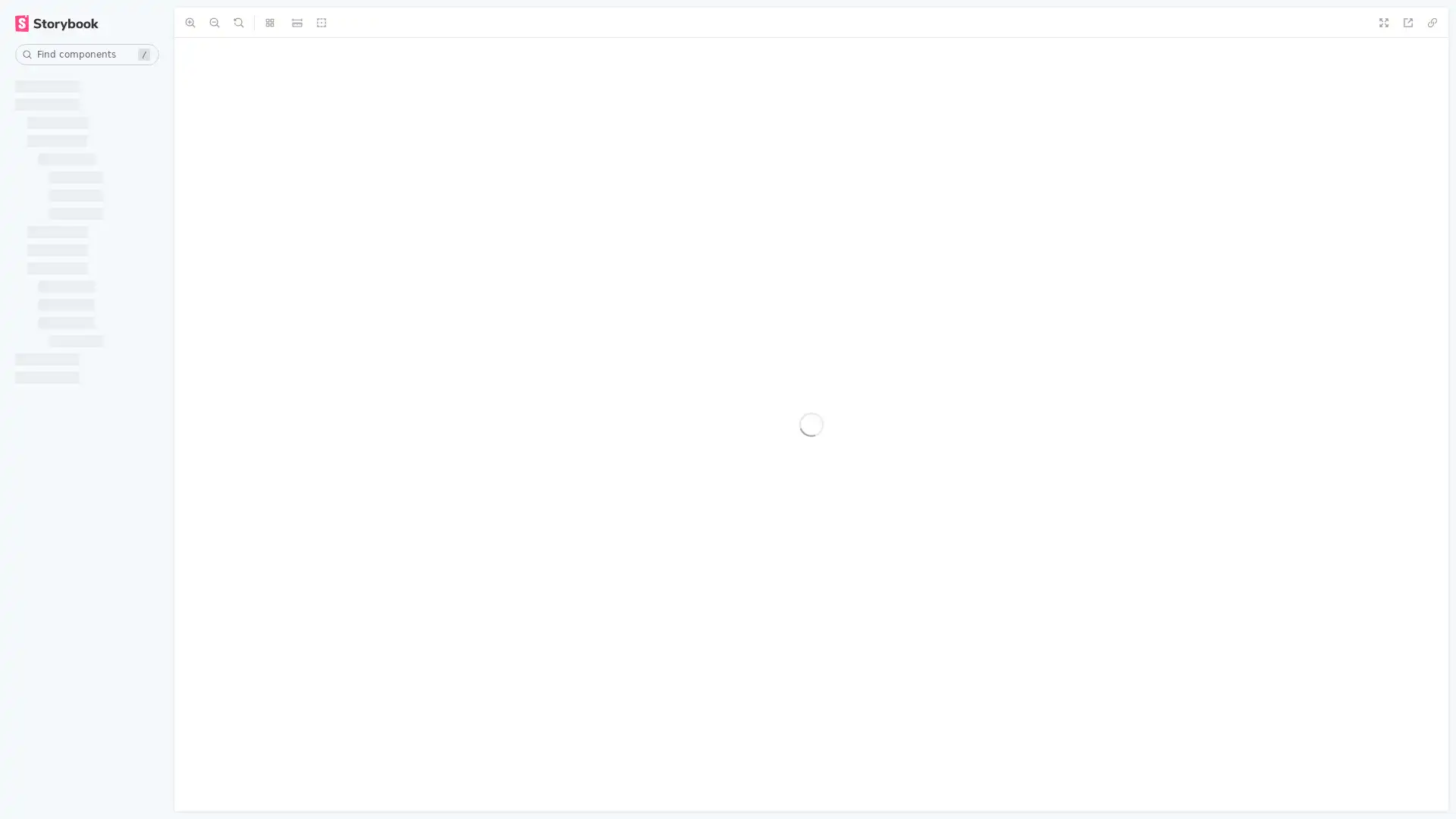 The width and height of the screenshot is (1456, 819). Describe the element at coordinates (496, 23) in the screenshot. I see `Animations` at that location.